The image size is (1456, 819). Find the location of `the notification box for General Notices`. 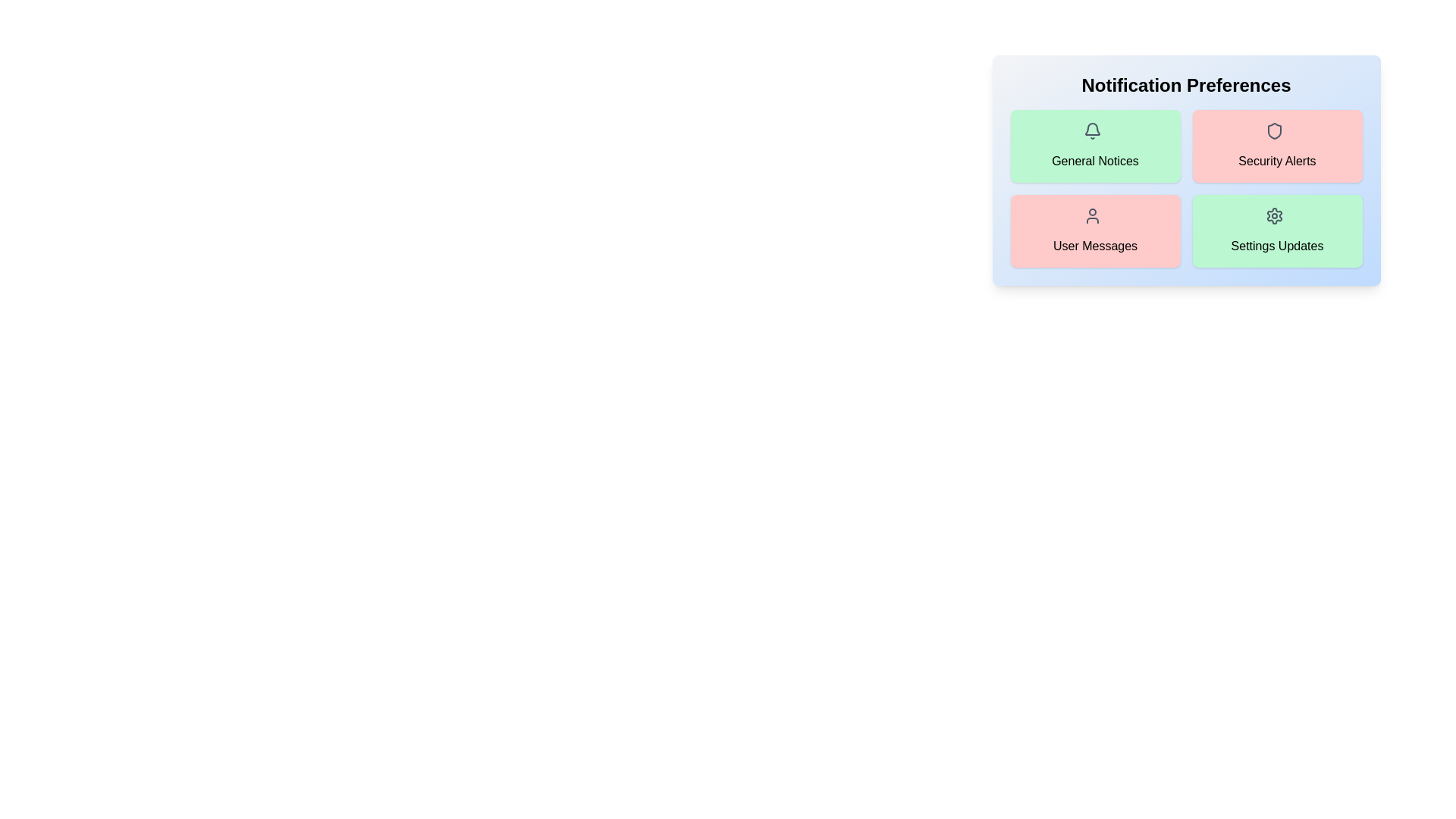

the notification box for General Notices is located at coordinates (1095, 146).